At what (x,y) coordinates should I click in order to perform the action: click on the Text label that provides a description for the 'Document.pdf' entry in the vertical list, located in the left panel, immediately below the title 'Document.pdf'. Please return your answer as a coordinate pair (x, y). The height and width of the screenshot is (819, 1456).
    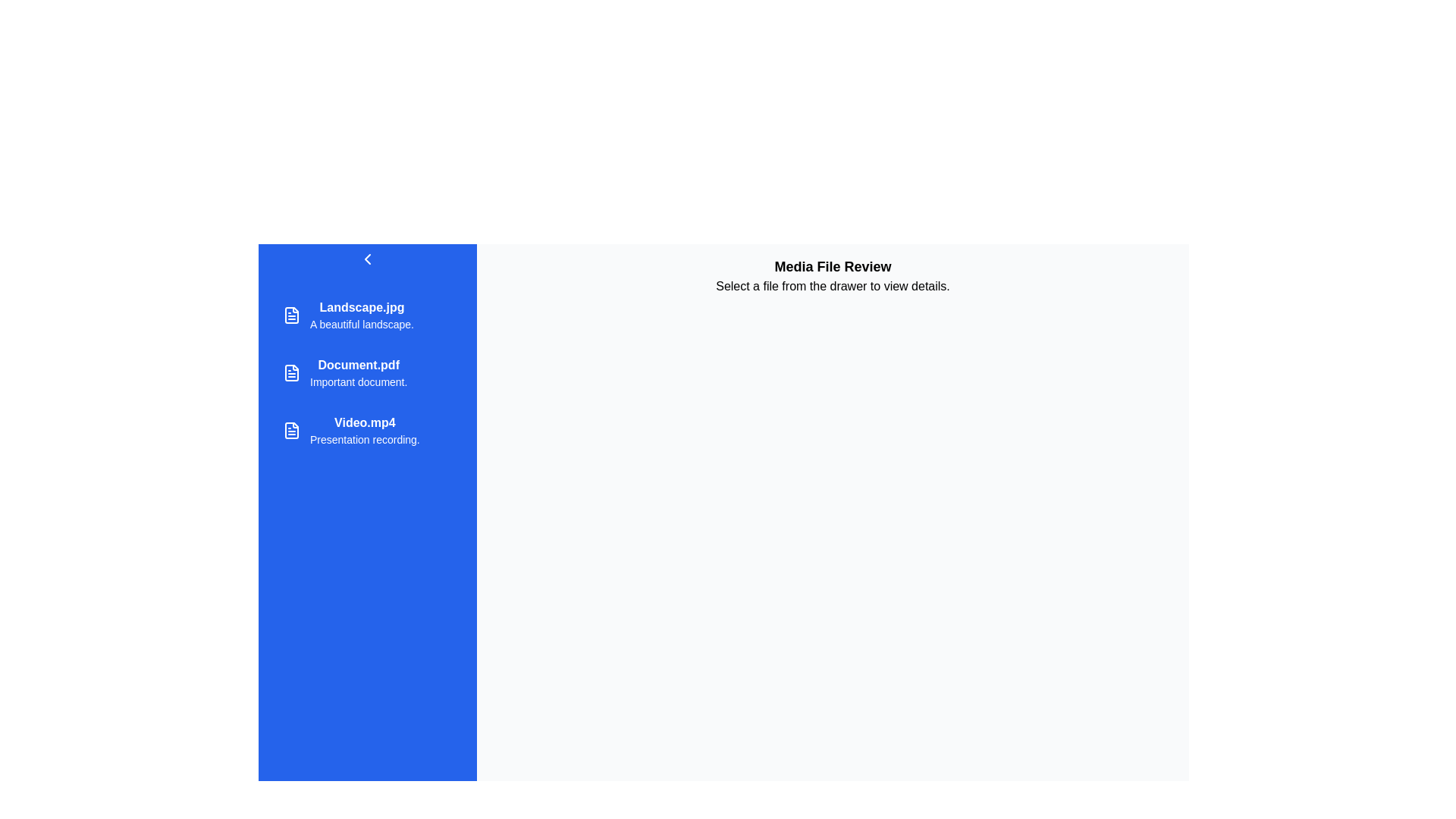
    Looking at the image, I should click on (358, 381).